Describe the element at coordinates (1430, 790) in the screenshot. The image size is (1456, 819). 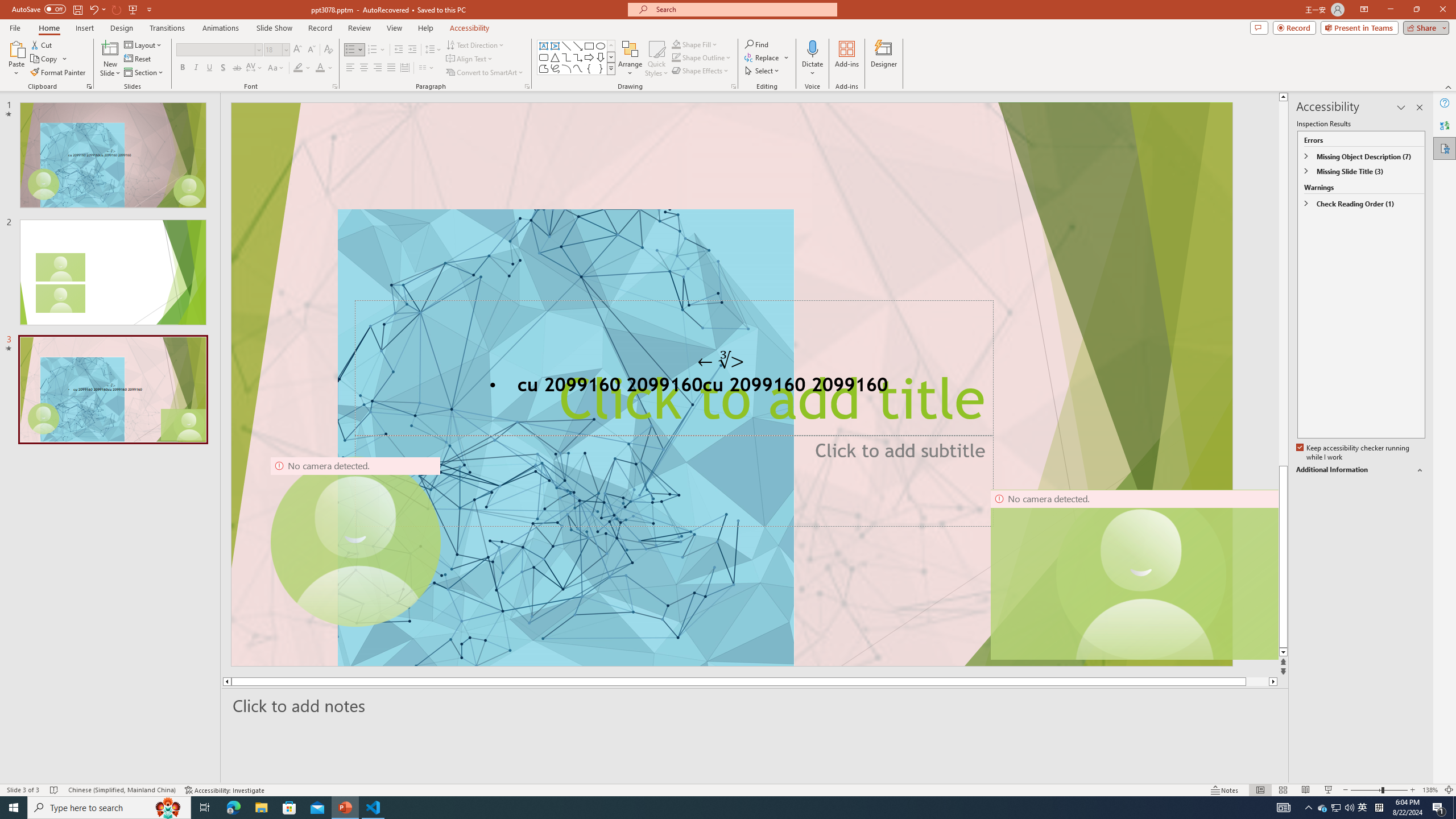
I see `'Zoom 138%'` at that location.